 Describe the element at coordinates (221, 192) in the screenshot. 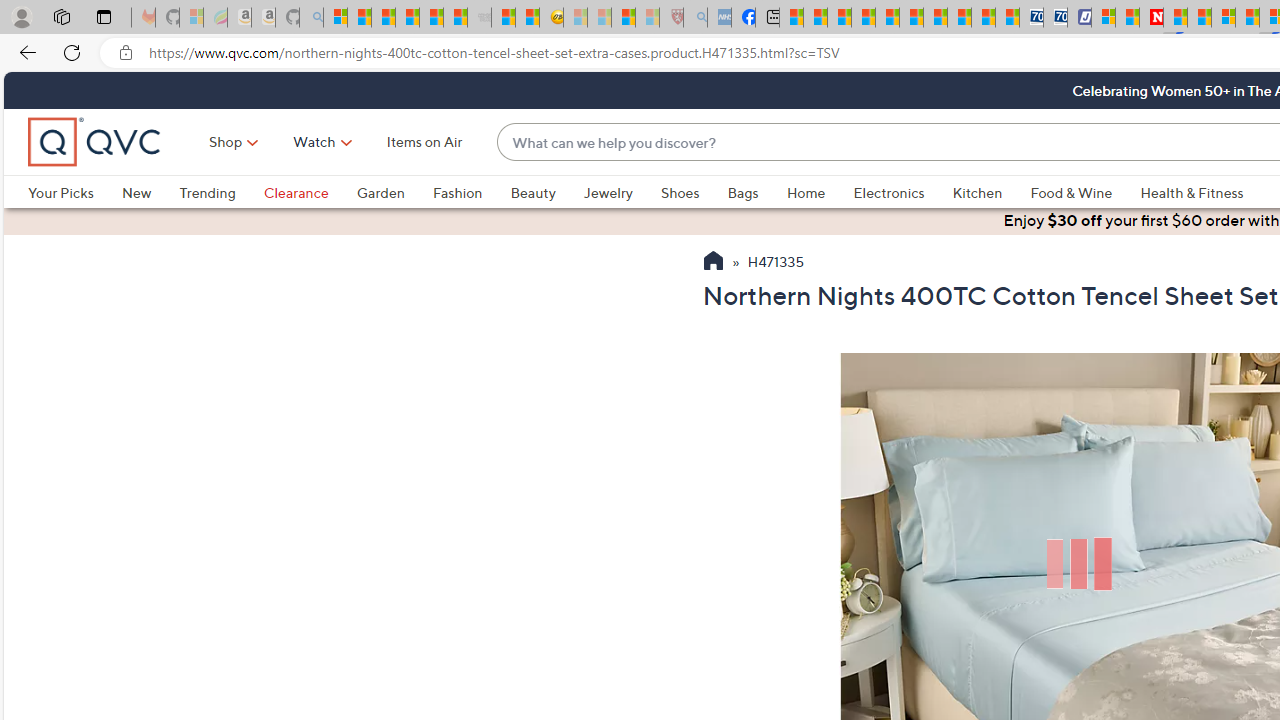

I see `'Trending'` at that location.